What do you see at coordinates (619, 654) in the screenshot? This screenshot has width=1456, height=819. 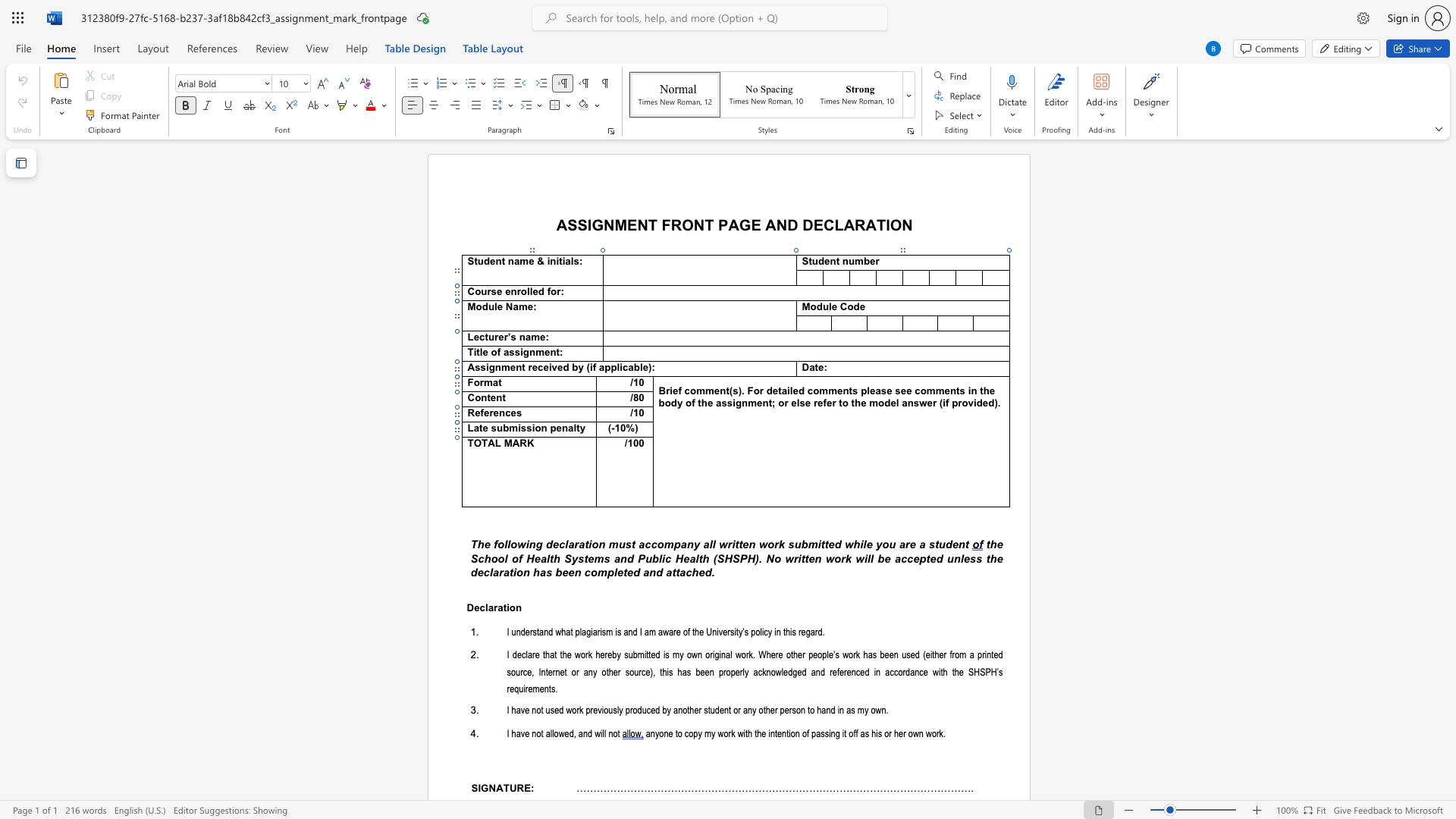 I see `the 1th character "y" in the text` at bounding box center [619, 654].